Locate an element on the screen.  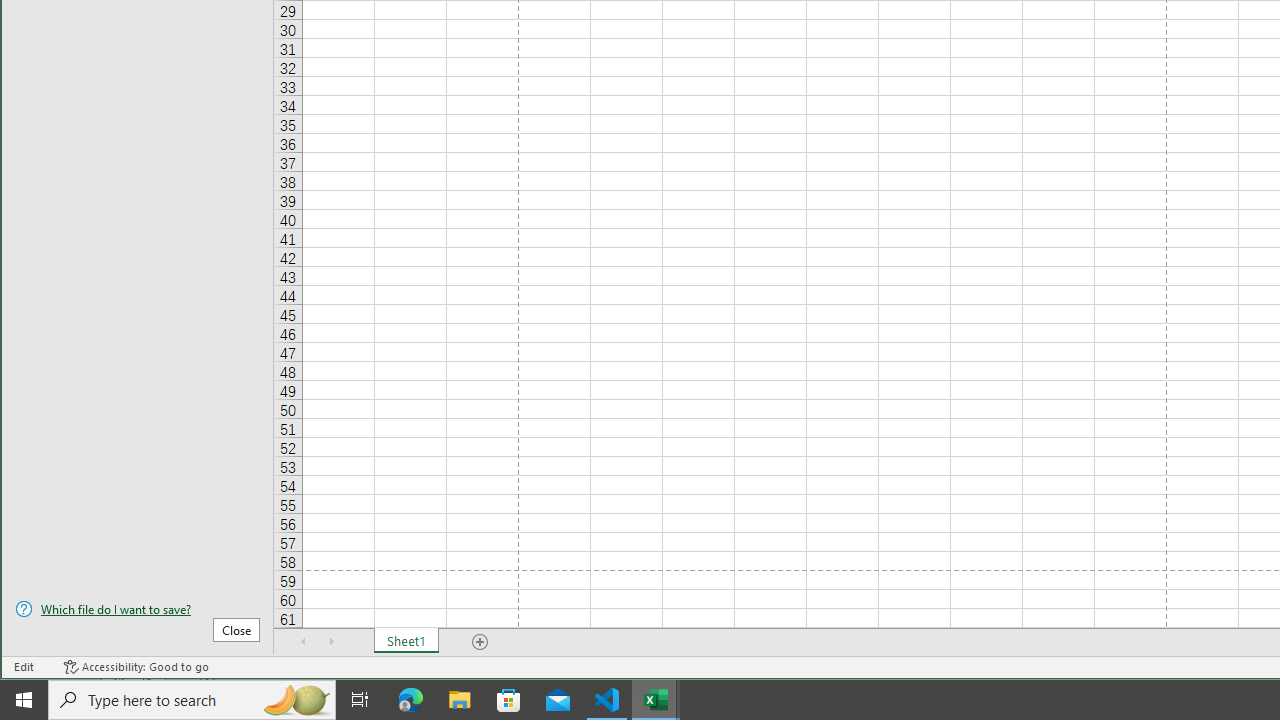
'Microsoft Store' is located at coordinates (509, 698).